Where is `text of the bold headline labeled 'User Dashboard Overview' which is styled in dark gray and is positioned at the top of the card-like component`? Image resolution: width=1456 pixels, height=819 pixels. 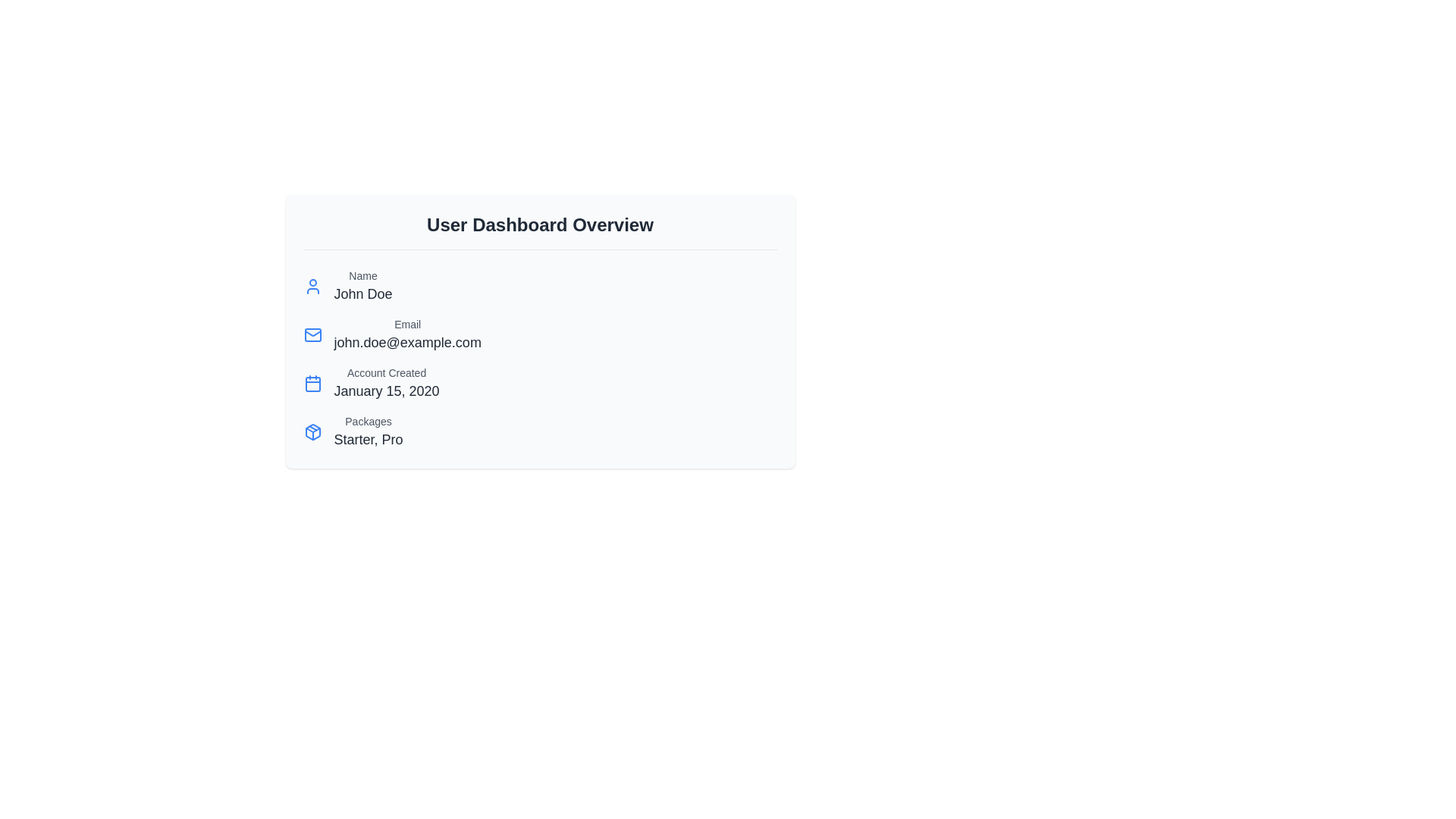 text of the bold headline labeled 'User Dashboard Overview' which is styled in dark gray and is positioned at the top of the card-like component is located at coordinates (540, 231).